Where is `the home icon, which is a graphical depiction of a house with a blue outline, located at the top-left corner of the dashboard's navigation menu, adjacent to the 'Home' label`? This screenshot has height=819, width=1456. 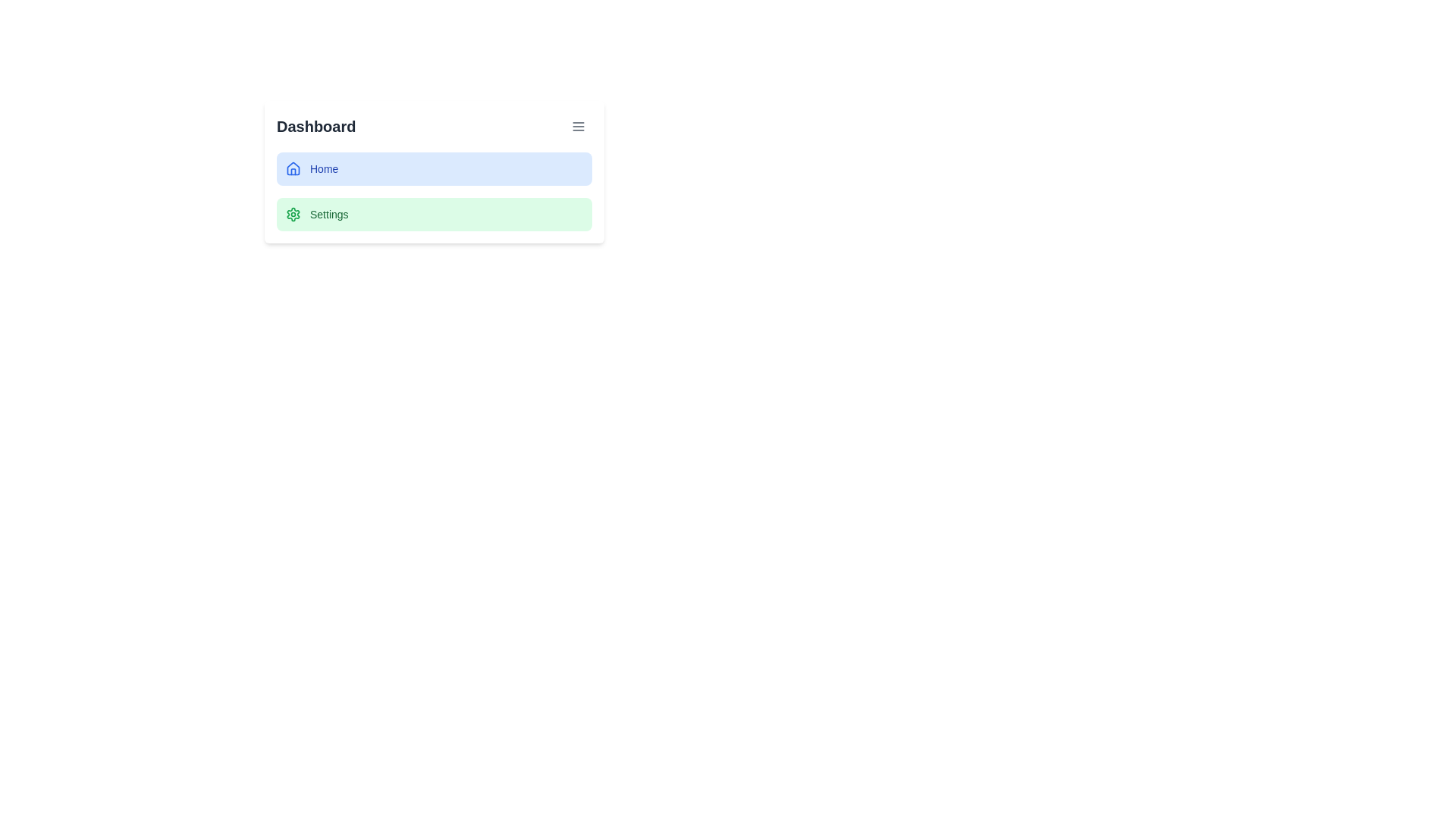
the home icon, which is a graphical depiction of a house with a blue outline, located at the top-left corner of the dashboard's navigation menu, adjacent to the 'Home' label is located at coordinates (293, 168).